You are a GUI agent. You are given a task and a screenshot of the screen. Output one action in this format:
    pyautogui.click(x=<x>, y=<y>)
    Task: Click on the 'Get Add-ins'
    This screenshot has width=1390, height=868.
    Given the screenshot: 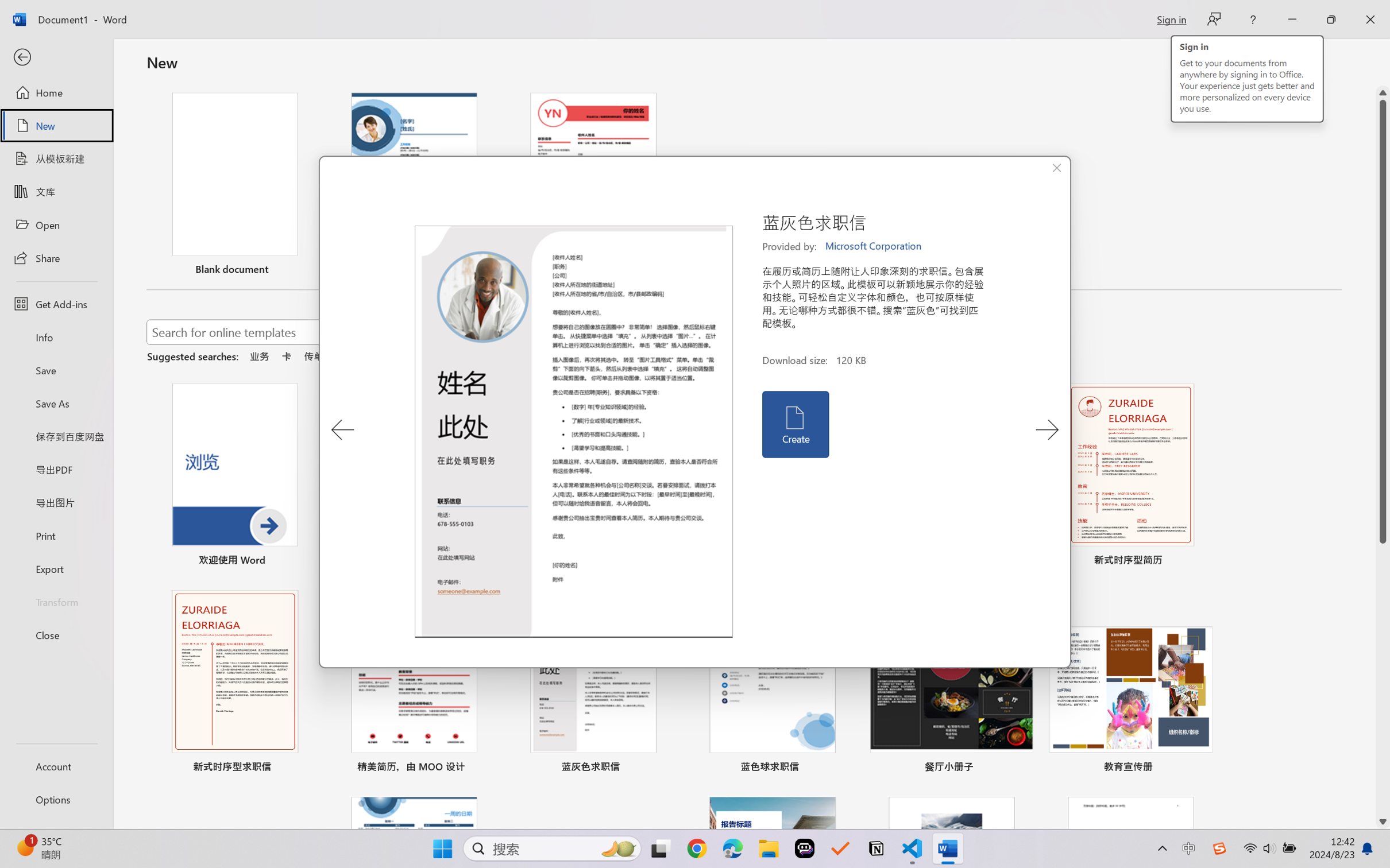 What is the action you would take?
    pyautogui.click(x=56, y=303)
    